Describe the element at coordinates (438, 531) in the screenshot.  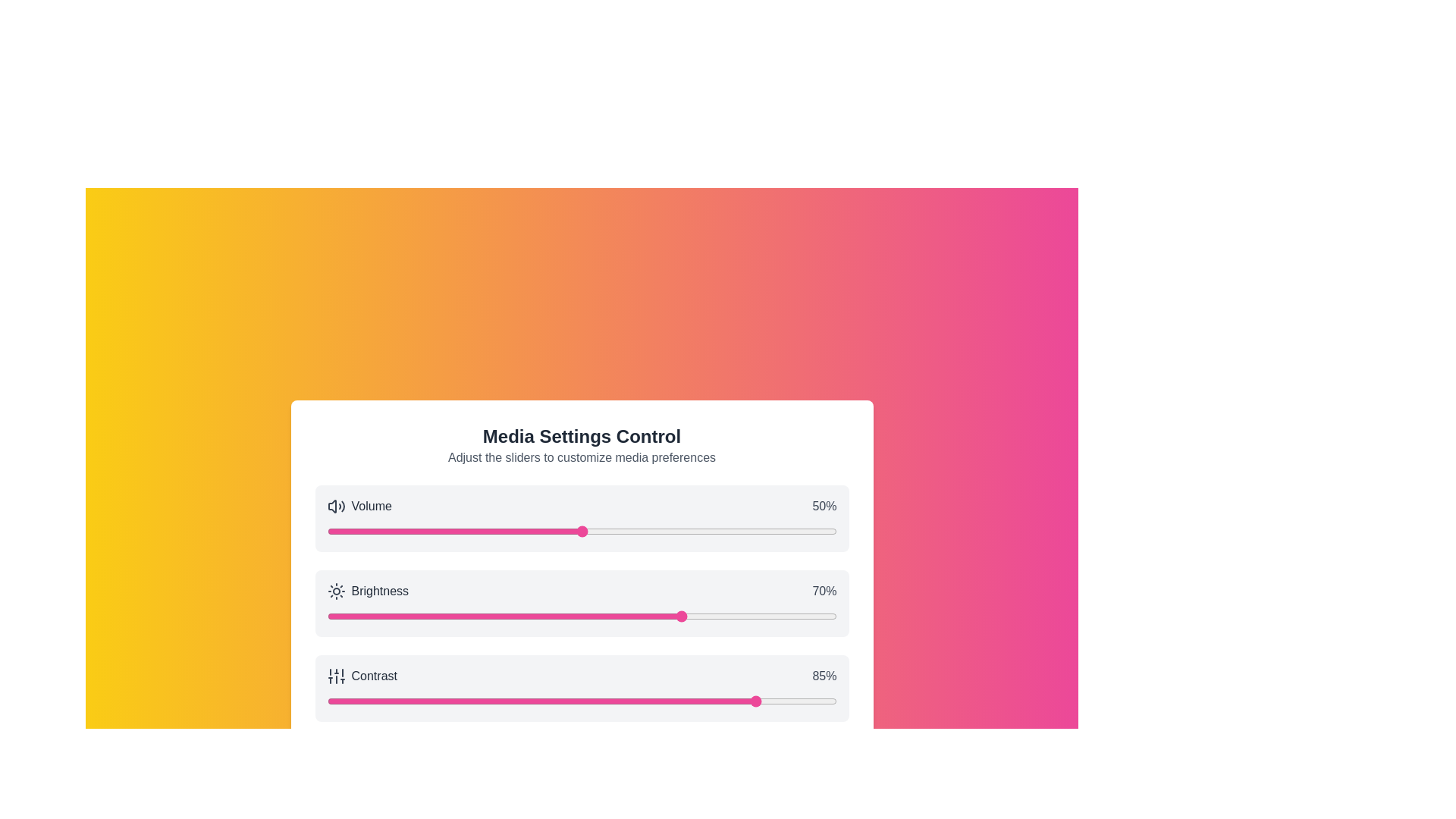
I see `the 0 slider to 22%` at that location.